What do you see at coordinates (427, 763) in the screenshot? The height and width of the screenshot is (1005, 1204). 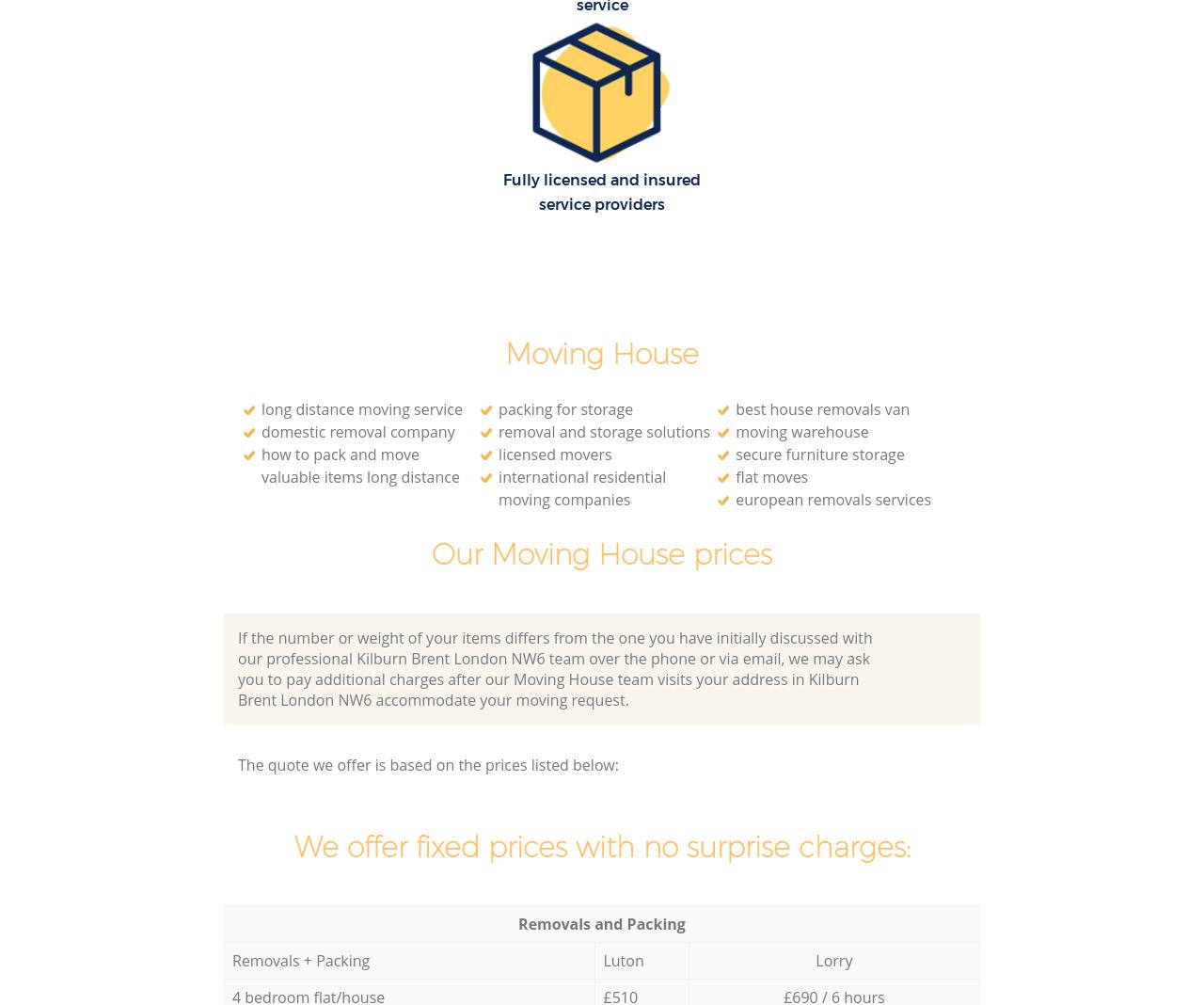 I see `'The quote we offer is based on the prices listed below:'` at bounding box center [427, 763].